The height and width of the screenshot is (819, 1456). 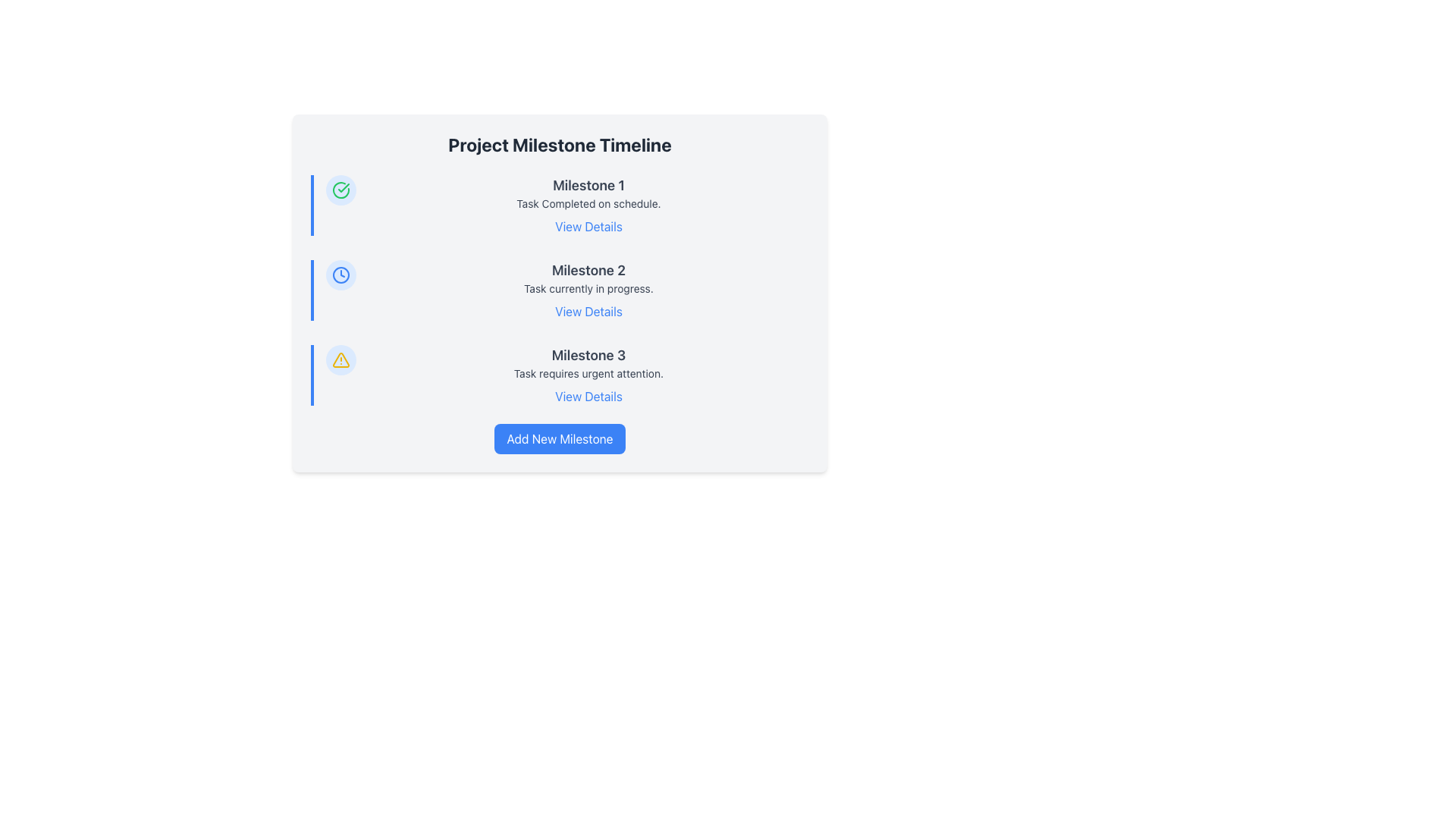 I want to click on the circular icon with a light blue background and blue clock outline, which is positioned to the left of the 'Milestone 2' heading in the list of milestones, so click(x=340, y=275).